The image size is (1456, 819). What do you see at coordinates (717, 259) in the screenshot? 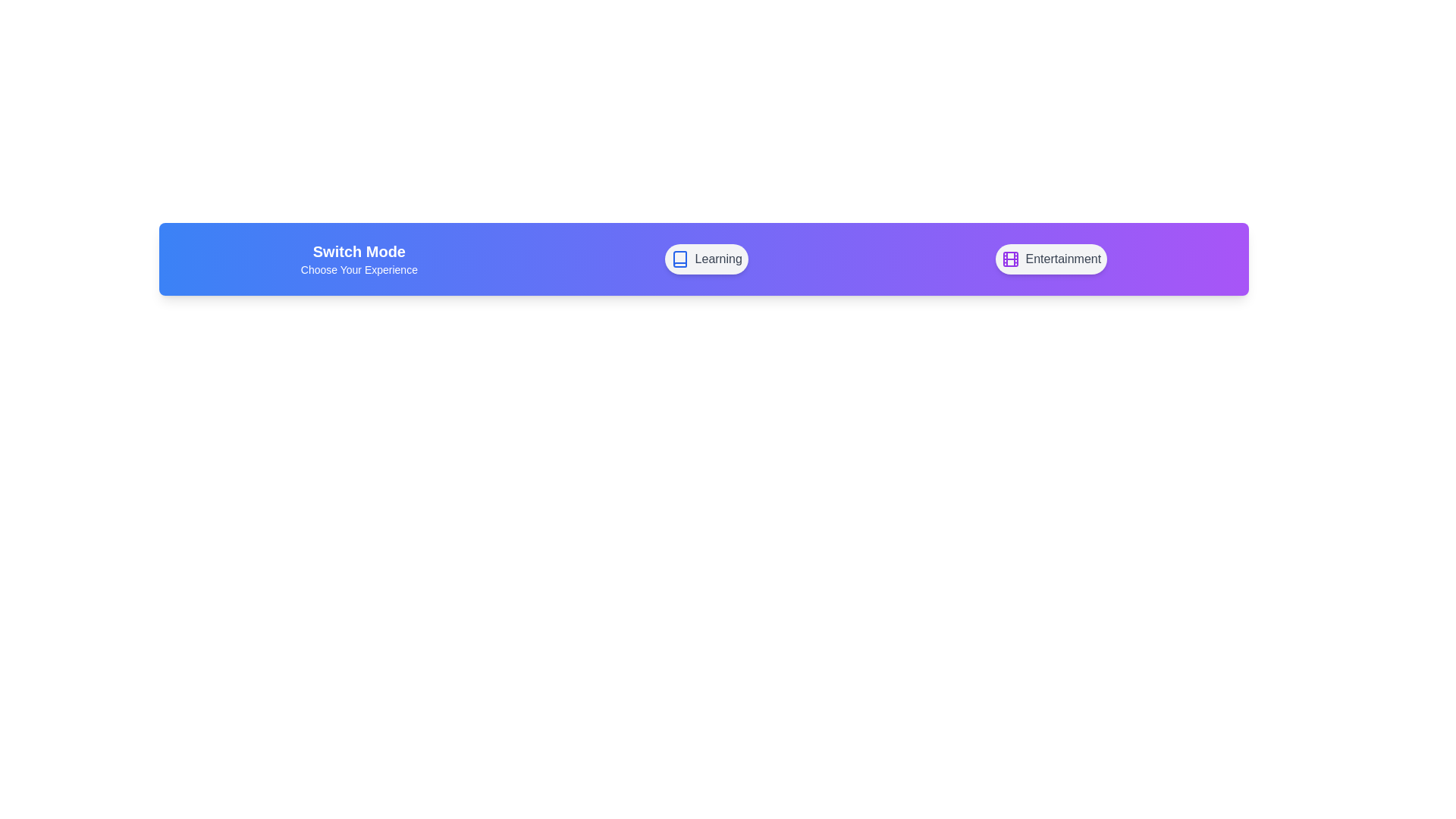
I see `text content of the label 'Learning', which is styled in gray and located in a navigation bar next to a blue book icon` at bounding box center [717, 259].